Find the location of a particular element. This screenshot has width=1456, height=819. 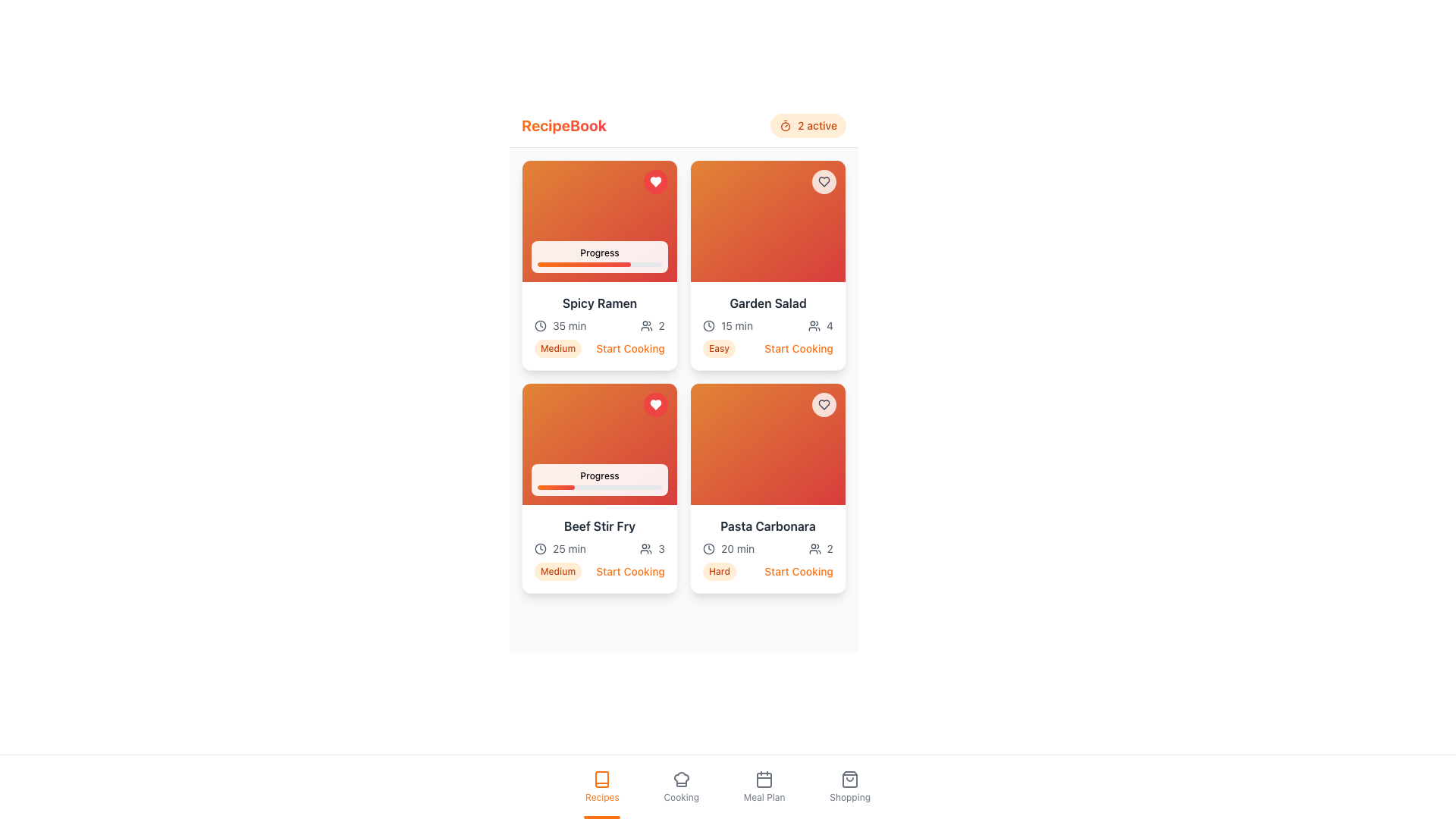

the Status Indicator, which shows the number of active items with a clock icon, located at the top-right of the 'RecipeBook' section is located at coordinates (807, 124).